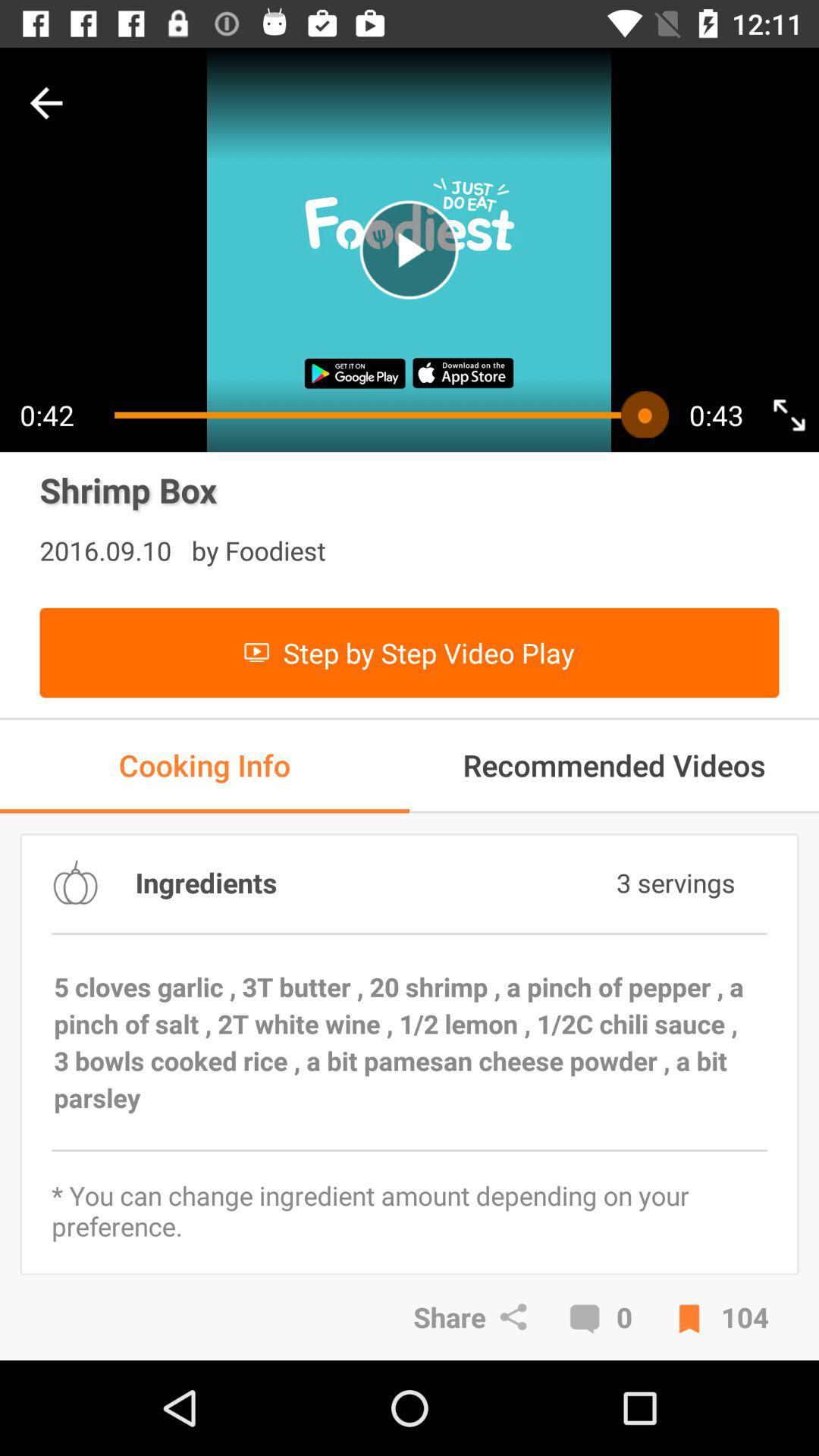 The image size is (819, 1456). What do you see at coordinates (408, 249) in the screenshot?
I see `advertisement page` at bounding box center [408, 249].